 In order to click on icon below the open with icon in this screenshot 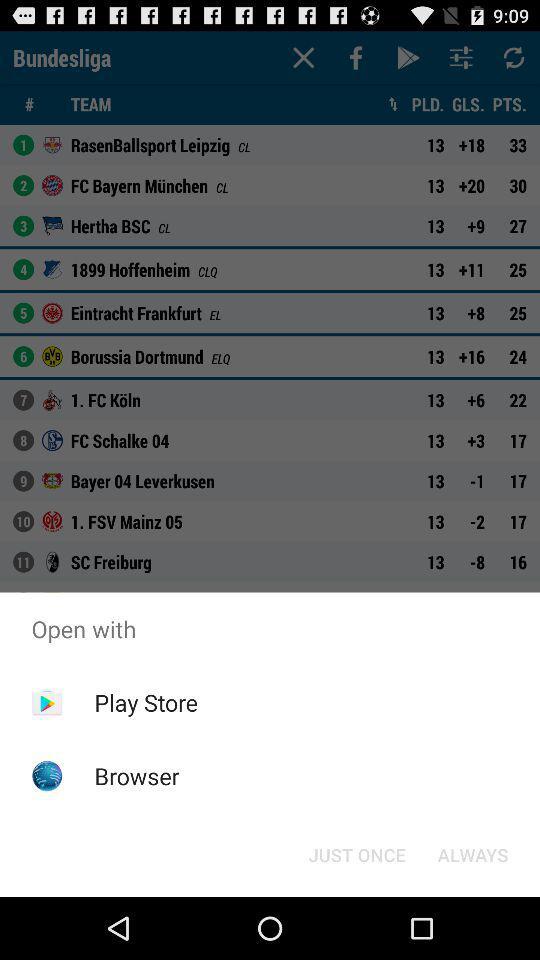, I will do `click(472, 853)`.